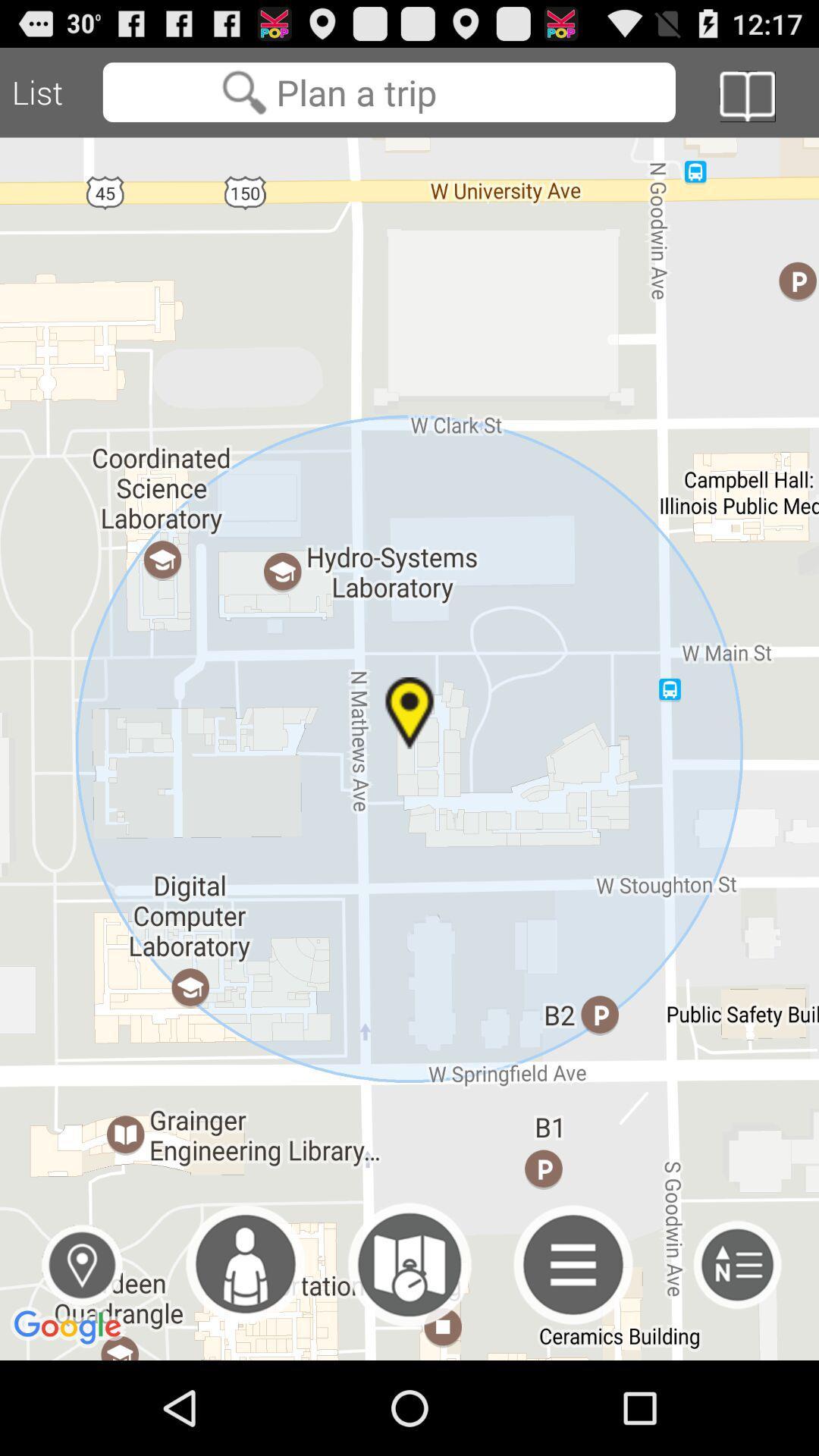 This screenshot has width=819, height=1456. I want to click on the menu icon, so click(573, 1354).